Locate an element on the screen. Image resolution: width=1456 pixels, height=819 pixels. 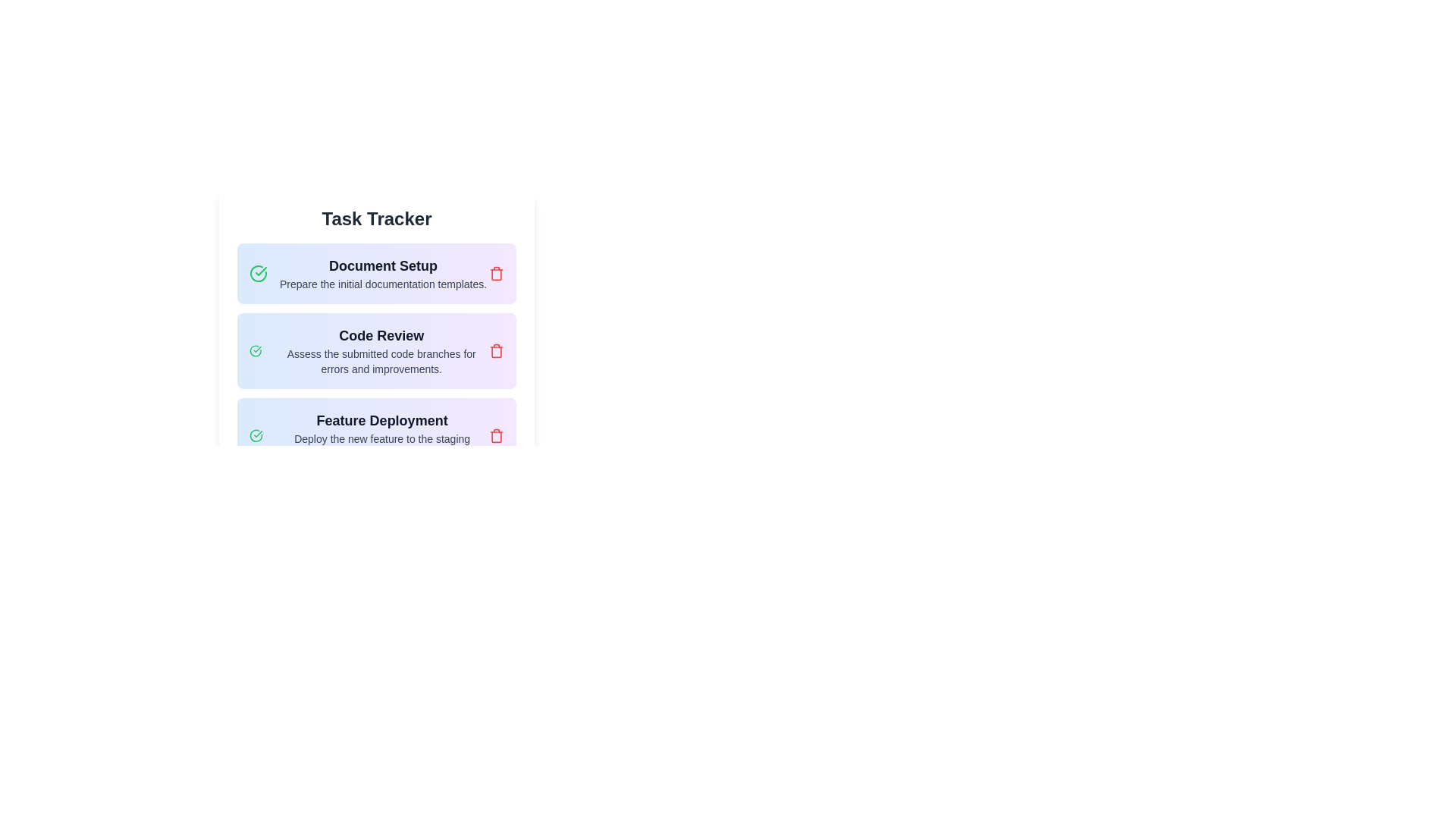
the Task item with the bold title 'Feature Deployment' which is located in the Task Tracker section, positioned below 'Code Review' and above the next task is located at coordinates (369, 435).